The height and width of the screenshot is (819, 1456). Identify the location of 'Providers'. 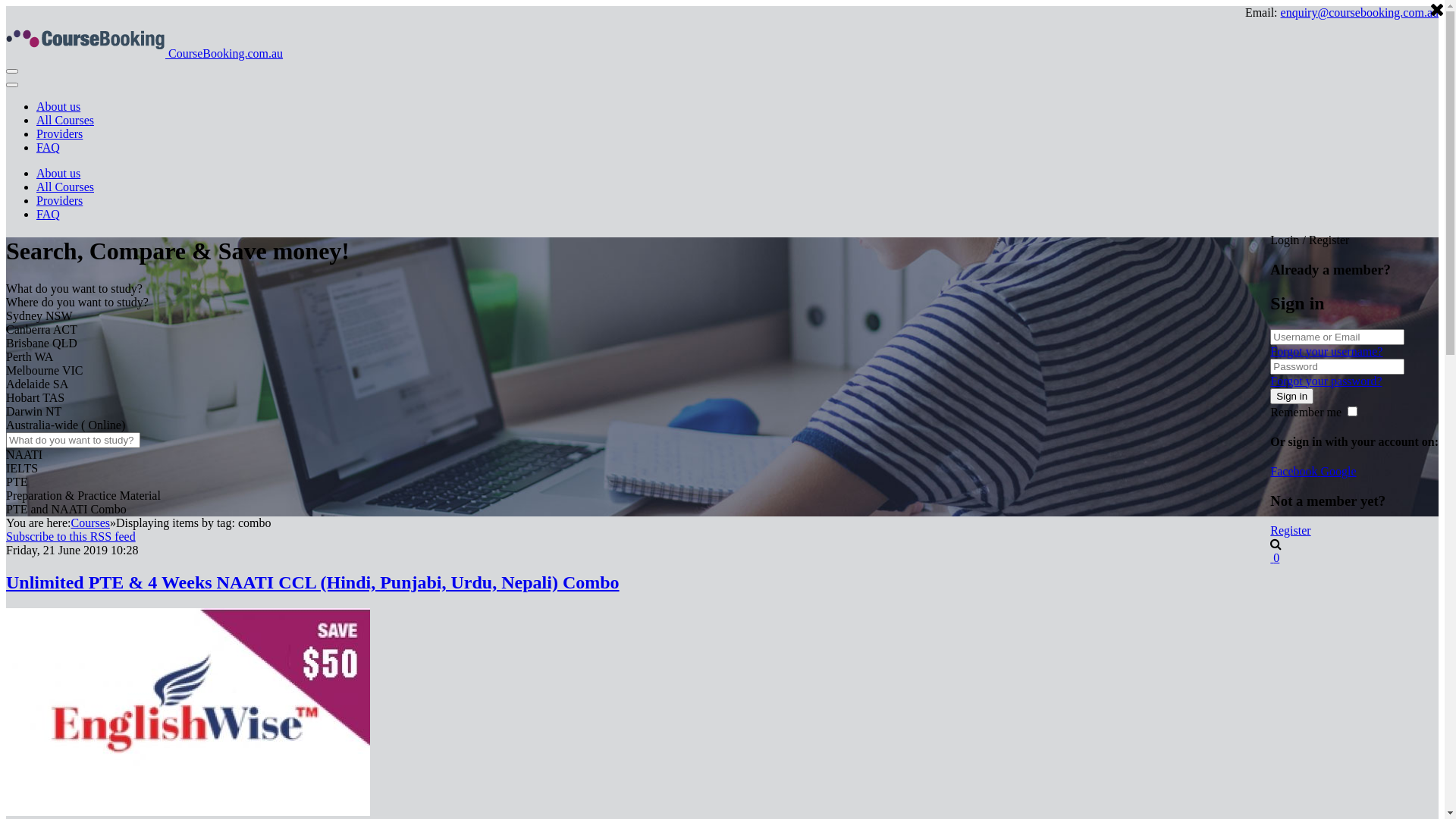
(59, 133).